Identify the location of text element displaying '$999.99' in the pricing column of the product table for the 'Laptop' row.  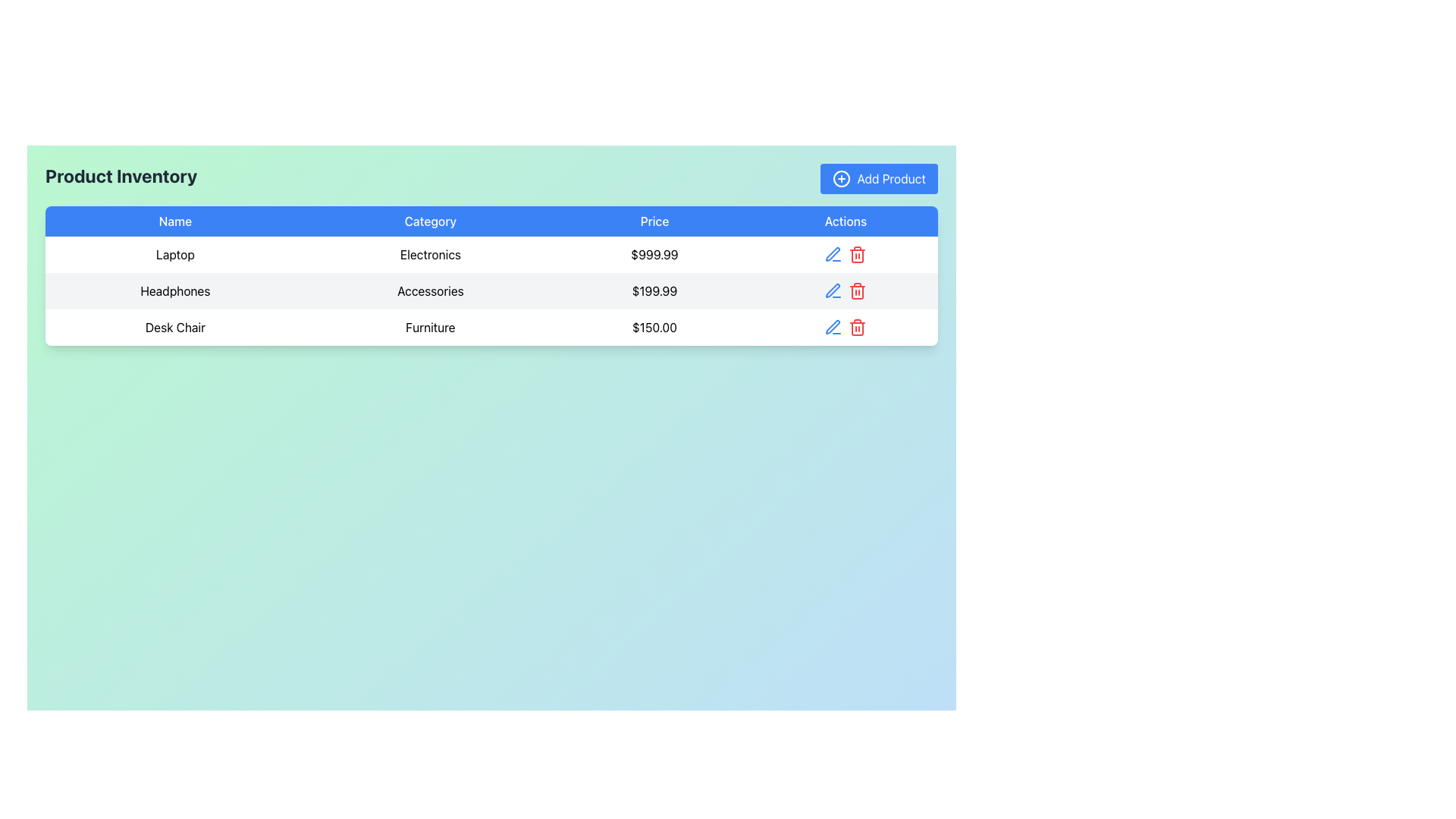
(654, 253).